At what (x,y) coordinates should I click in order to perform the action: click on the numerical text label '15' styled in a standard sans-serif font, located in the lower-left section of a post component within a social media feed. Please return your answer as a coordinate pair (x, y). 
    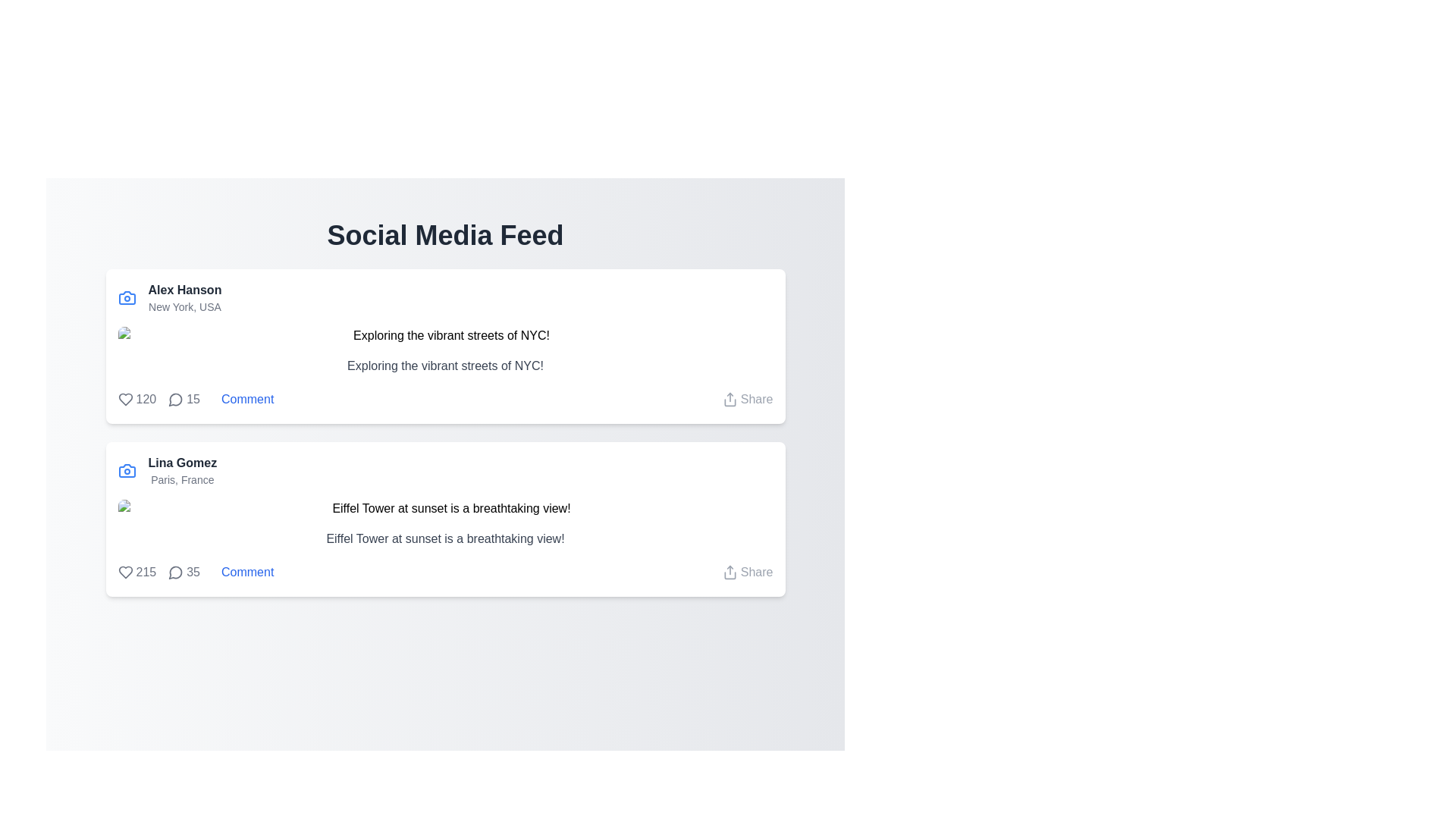
    Looking at the image, I should click on (193, 399).